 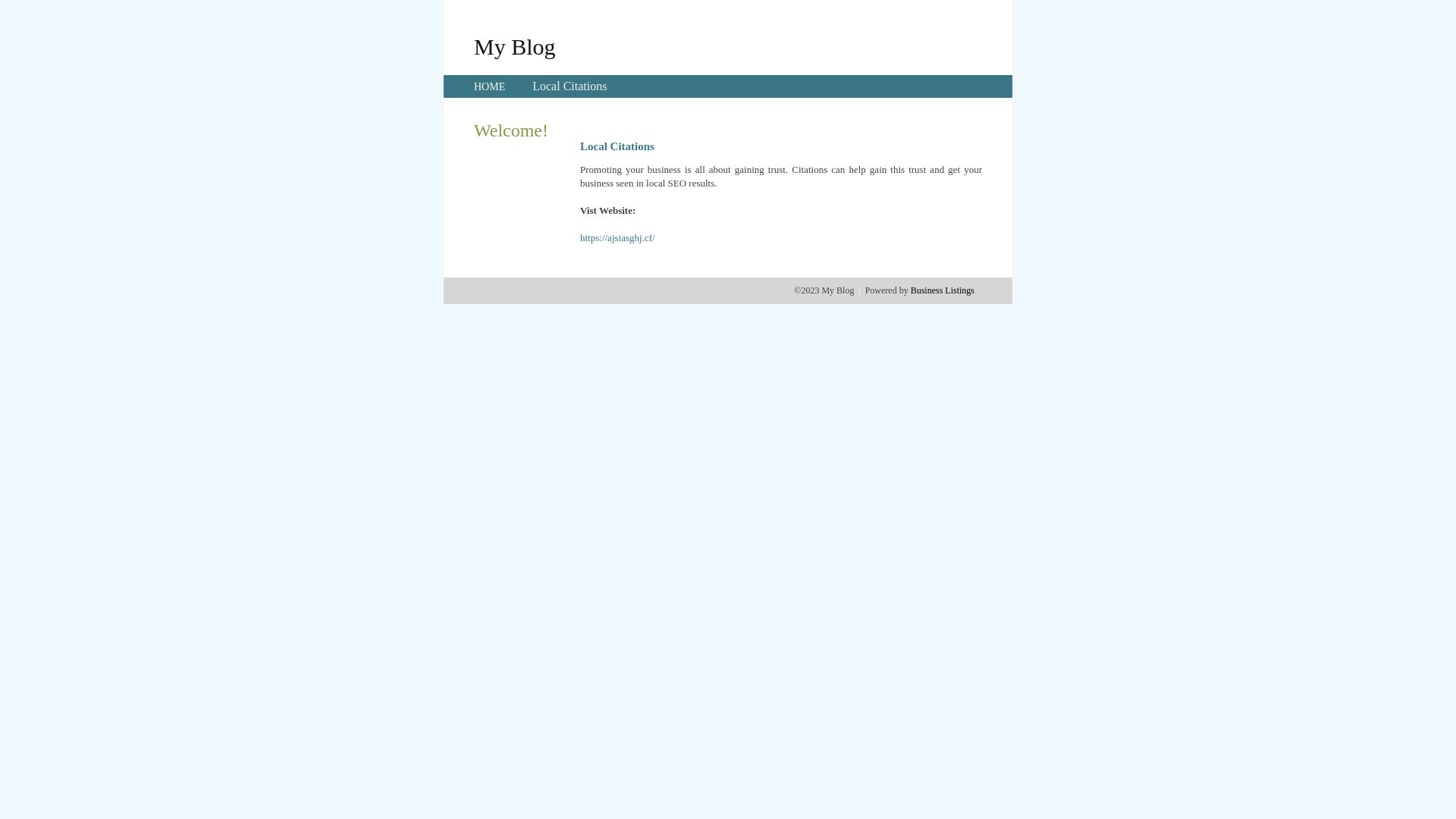 I want to click on 'Business Listings', so click(x=942, y=290).